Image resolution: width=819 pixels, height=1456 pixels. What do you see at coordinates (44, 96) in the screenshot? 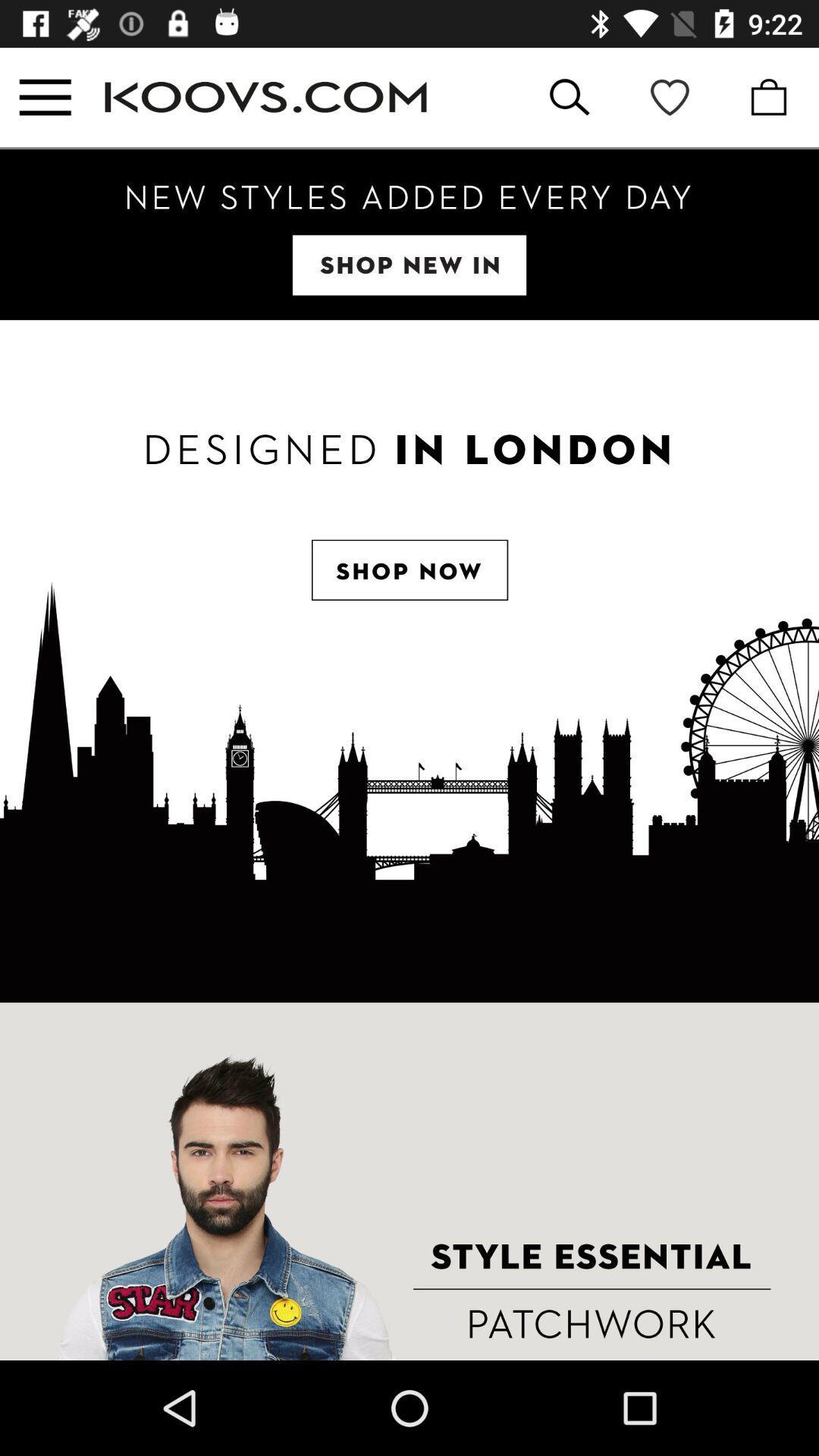
I see `drop down menu` at bounding box center [44, 96].